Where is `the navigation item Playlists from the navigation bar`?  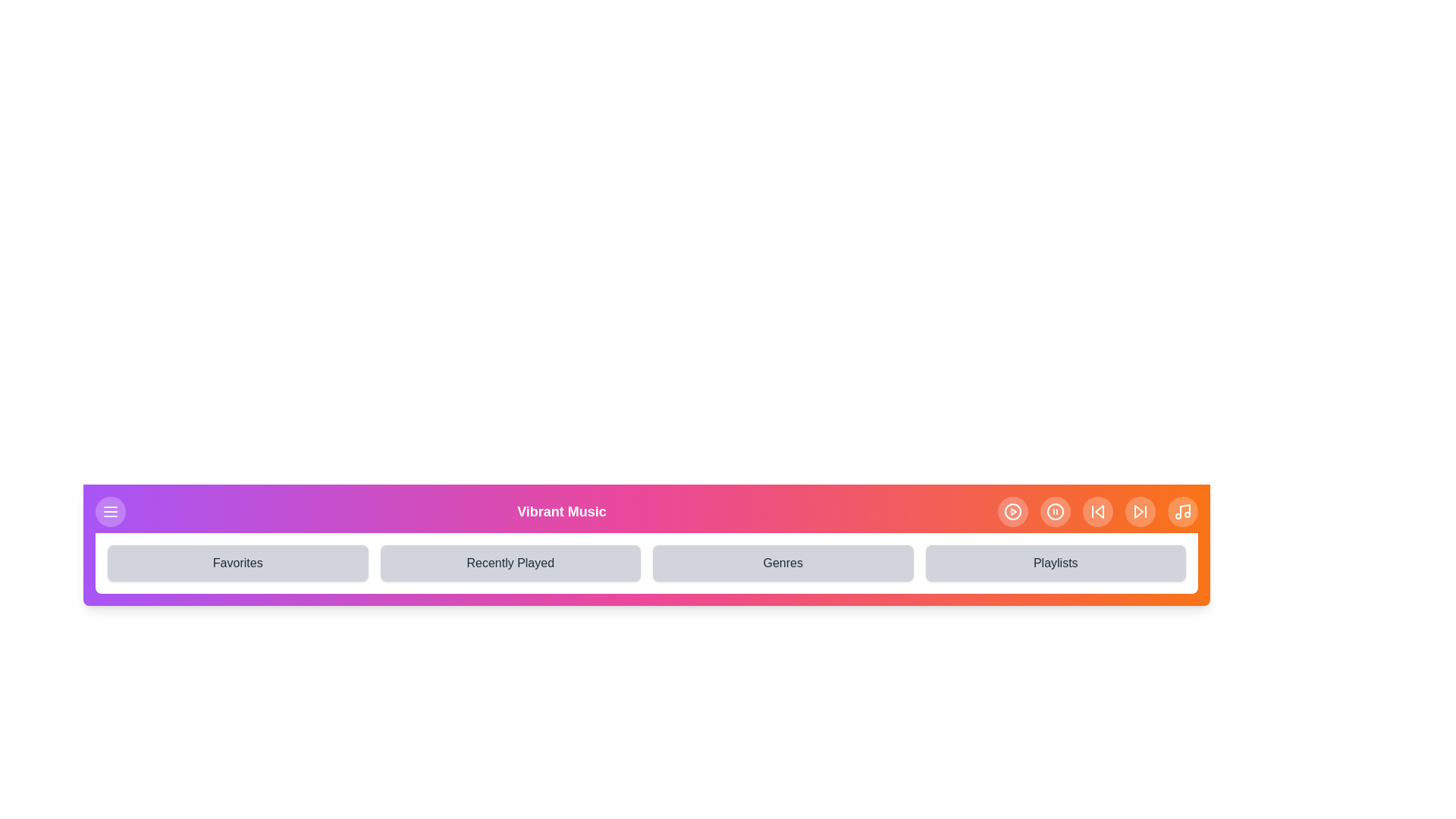 the navigation item Playlists from the navigation bar is located at coordinates (1055, 563).